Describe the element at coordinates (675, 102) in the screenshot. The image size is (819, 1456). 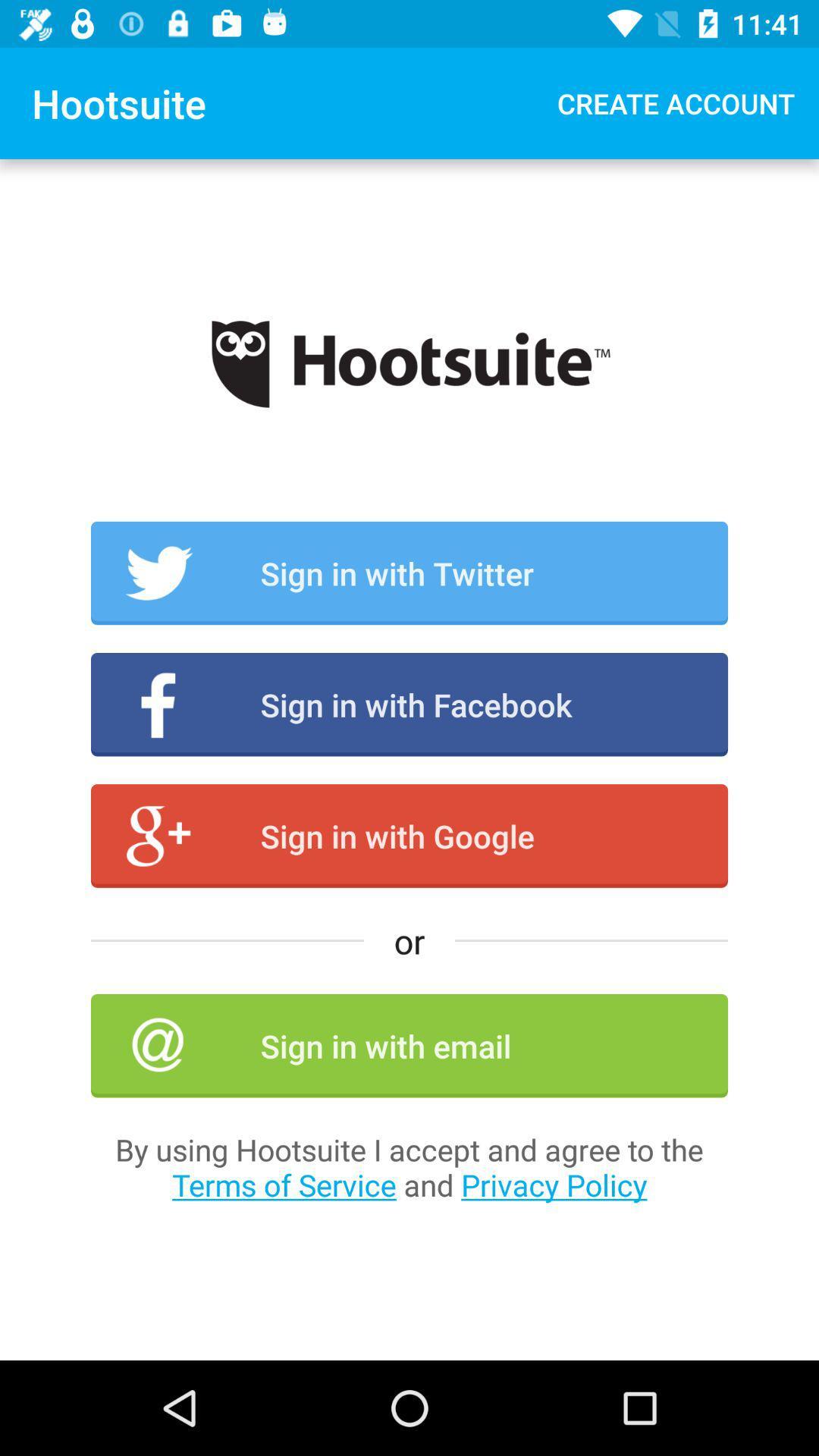
I see `the app next to the hootsuite item` at that location.